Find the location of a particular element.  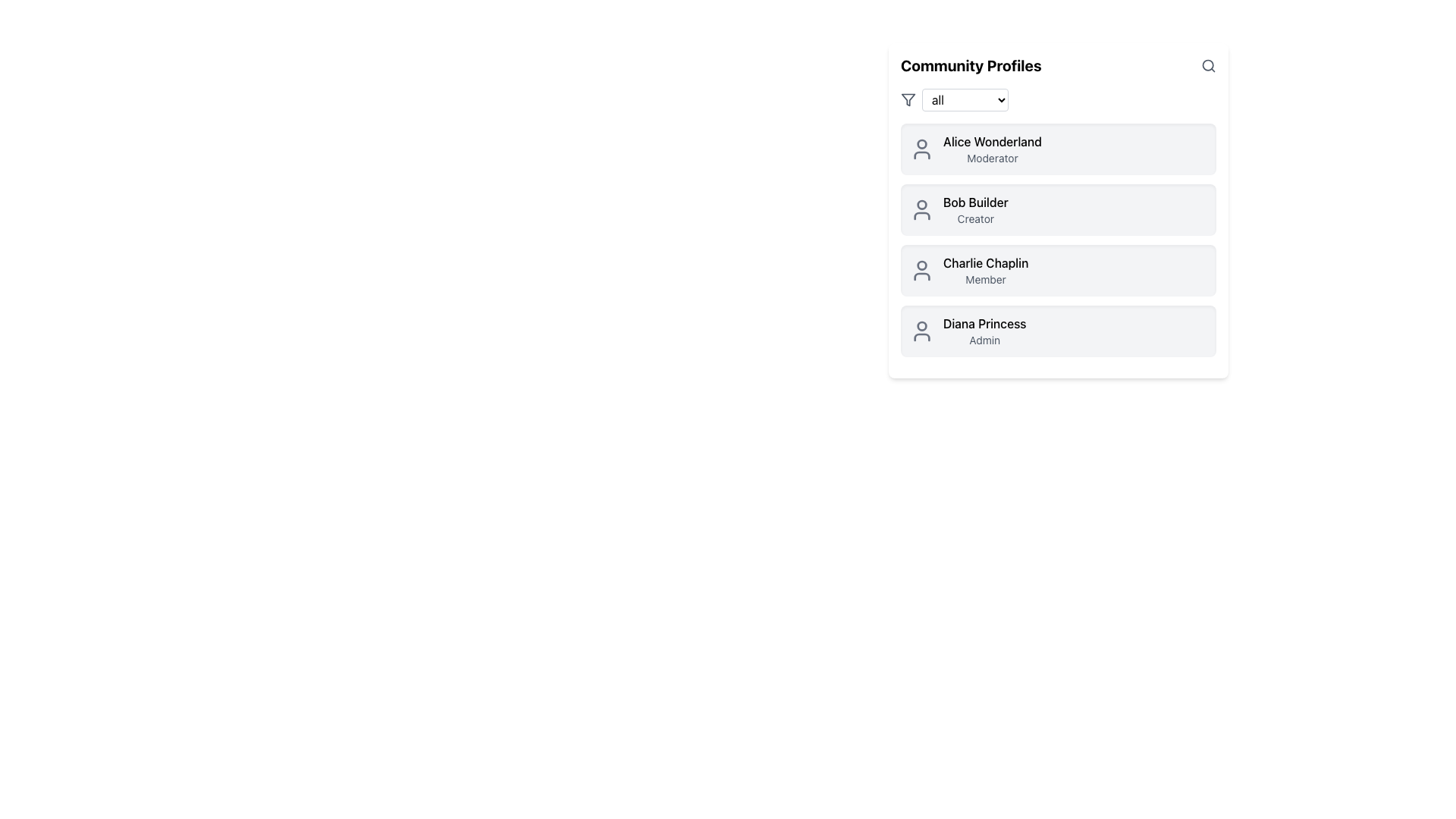

the Text Display element showing 'Bob Builder' and 'Creator', which is the second user entry in the community profiles list is located at coordinates (975, 210).